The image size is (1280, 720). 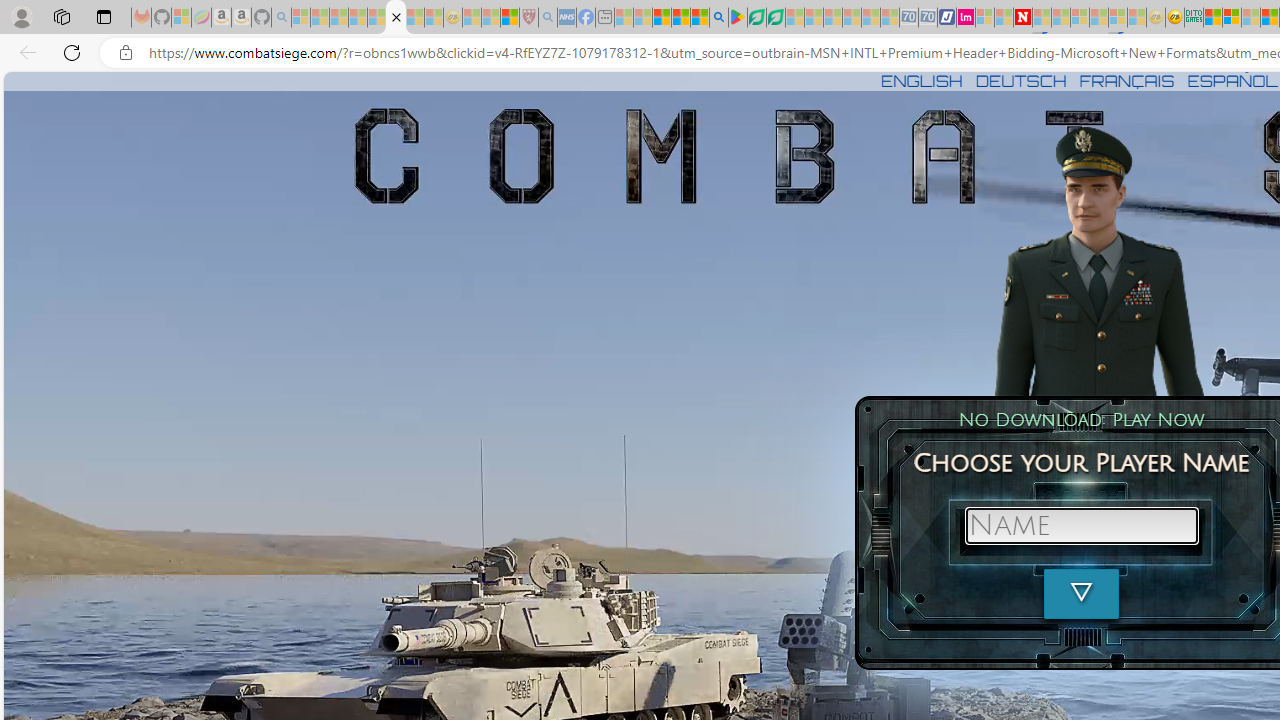 What do you see at coordinates (680, 17) in the screenshot?
I see `'Pets - MSN'` at bounding box center [680, 17].